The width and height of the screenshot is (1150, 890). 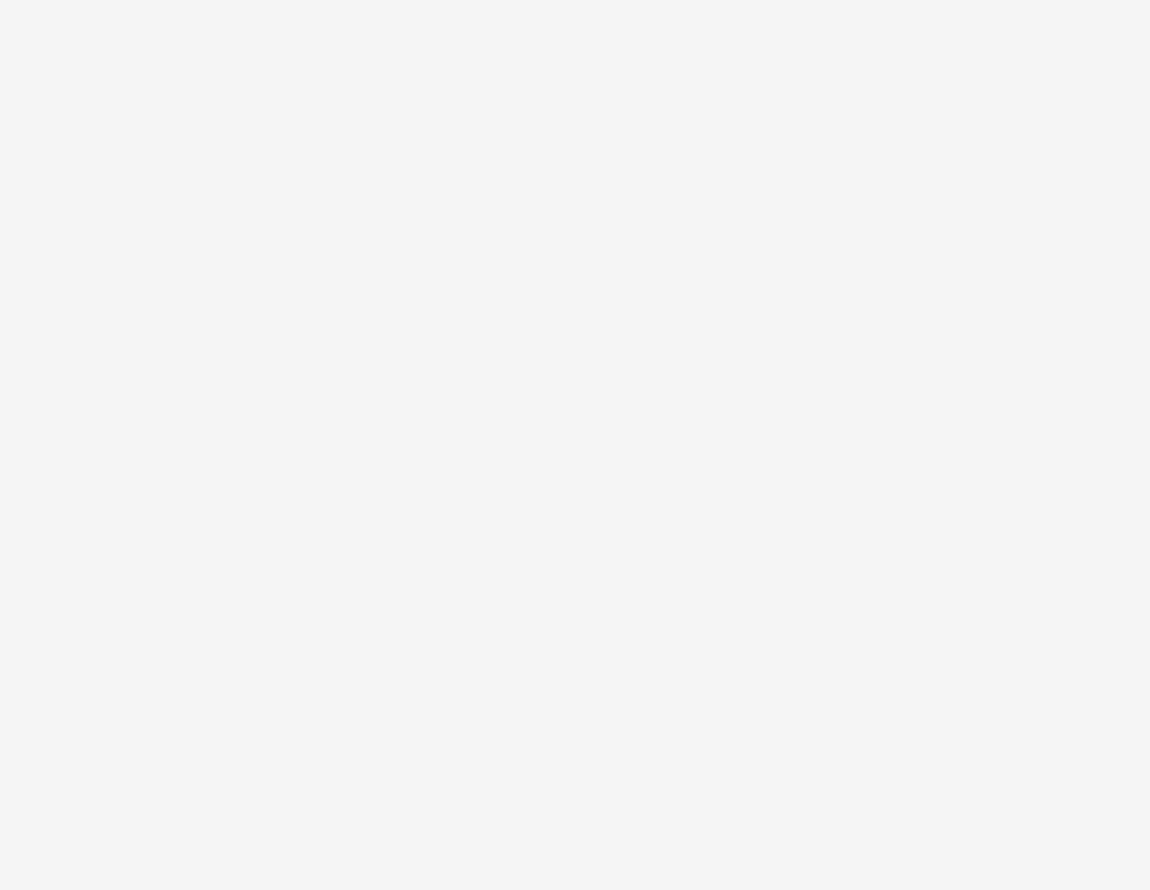 What do you see at coordinates (186, 131) in the screenshot?
I see `'www.sedar.com'` at bounding box center [186, 131].